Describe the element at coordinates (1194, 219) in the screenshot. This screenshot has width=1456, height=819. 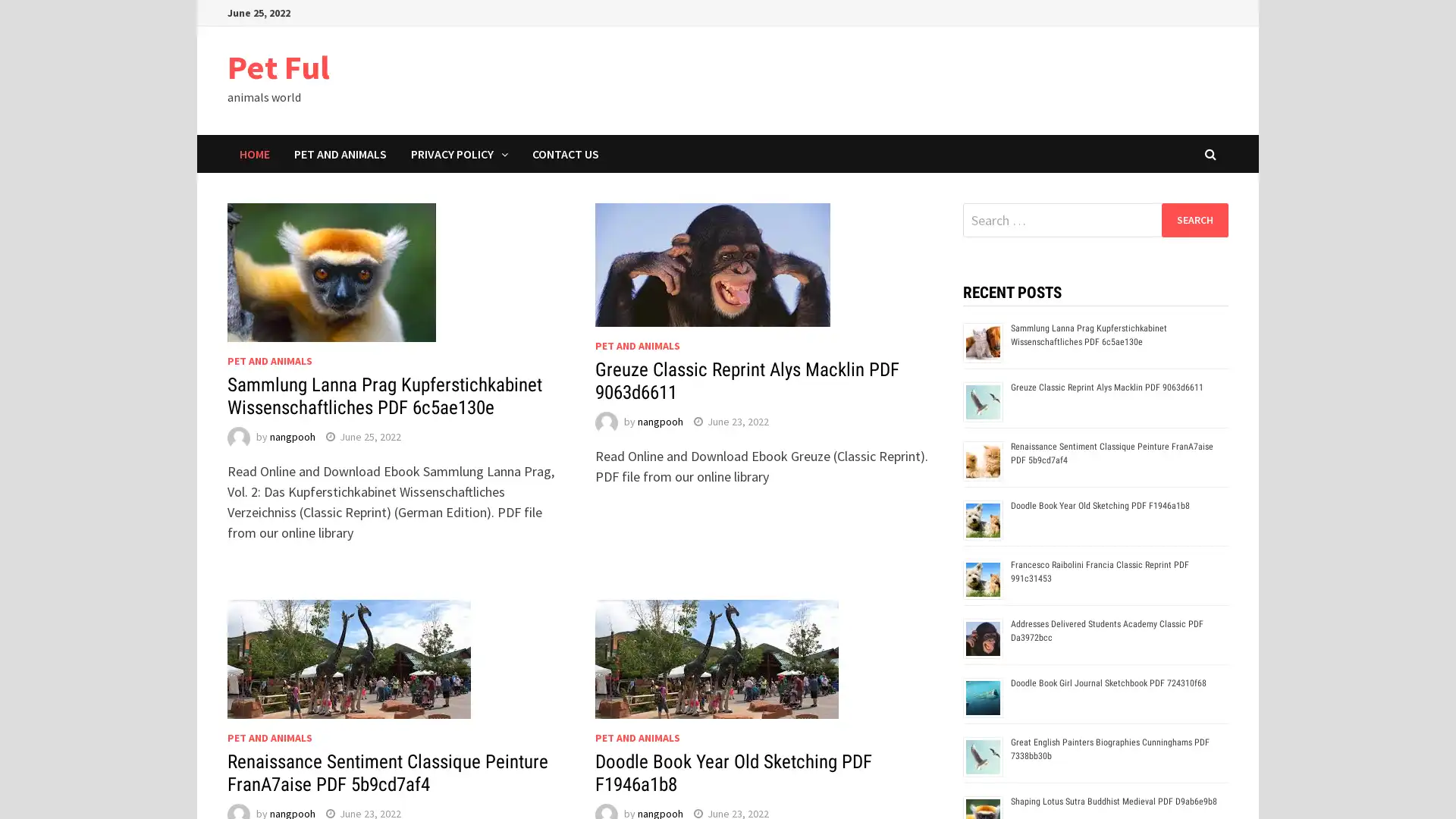
I see `Search` at that location.